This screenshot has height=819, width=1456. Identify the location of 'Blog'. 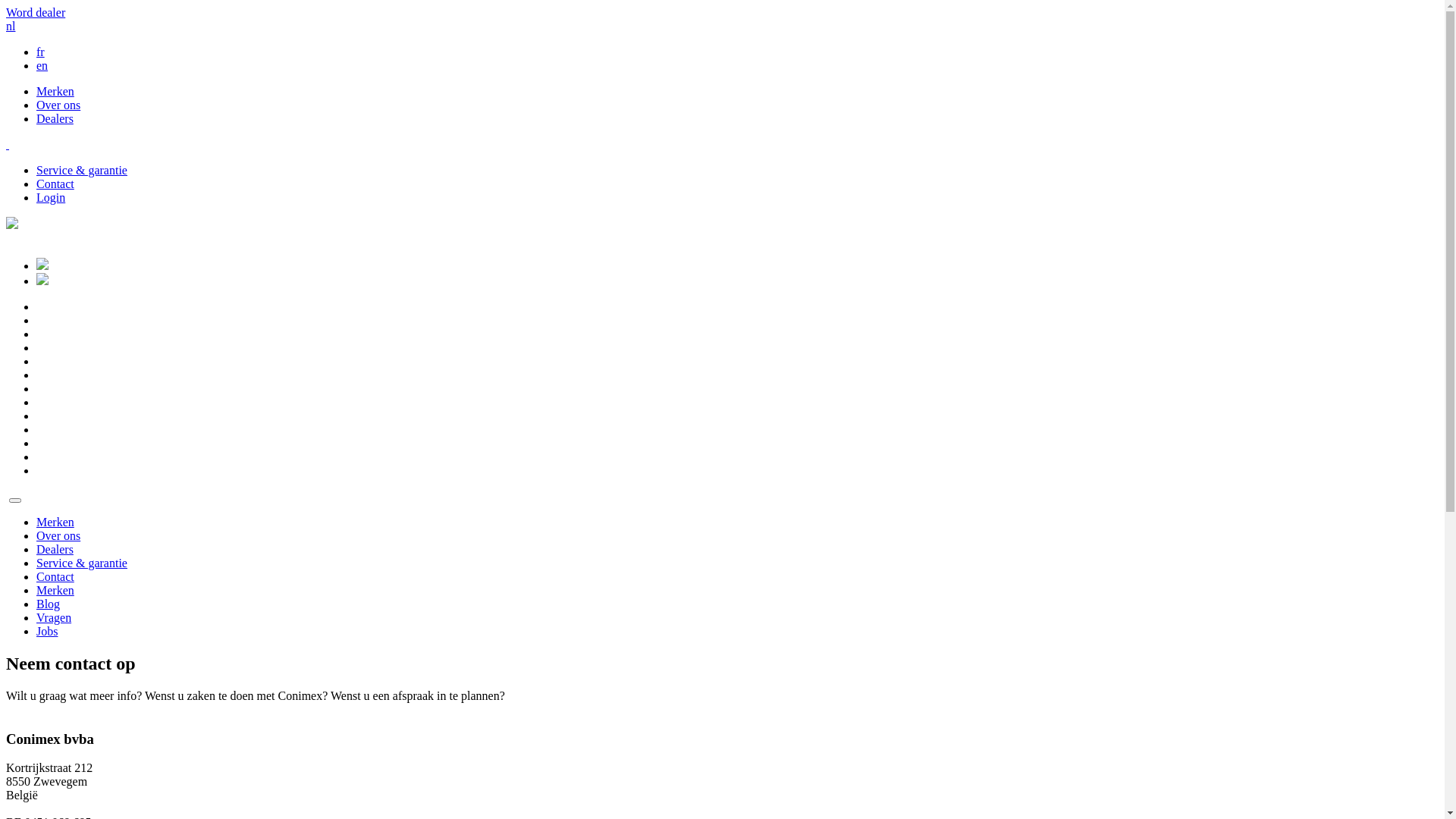
(36, 603).